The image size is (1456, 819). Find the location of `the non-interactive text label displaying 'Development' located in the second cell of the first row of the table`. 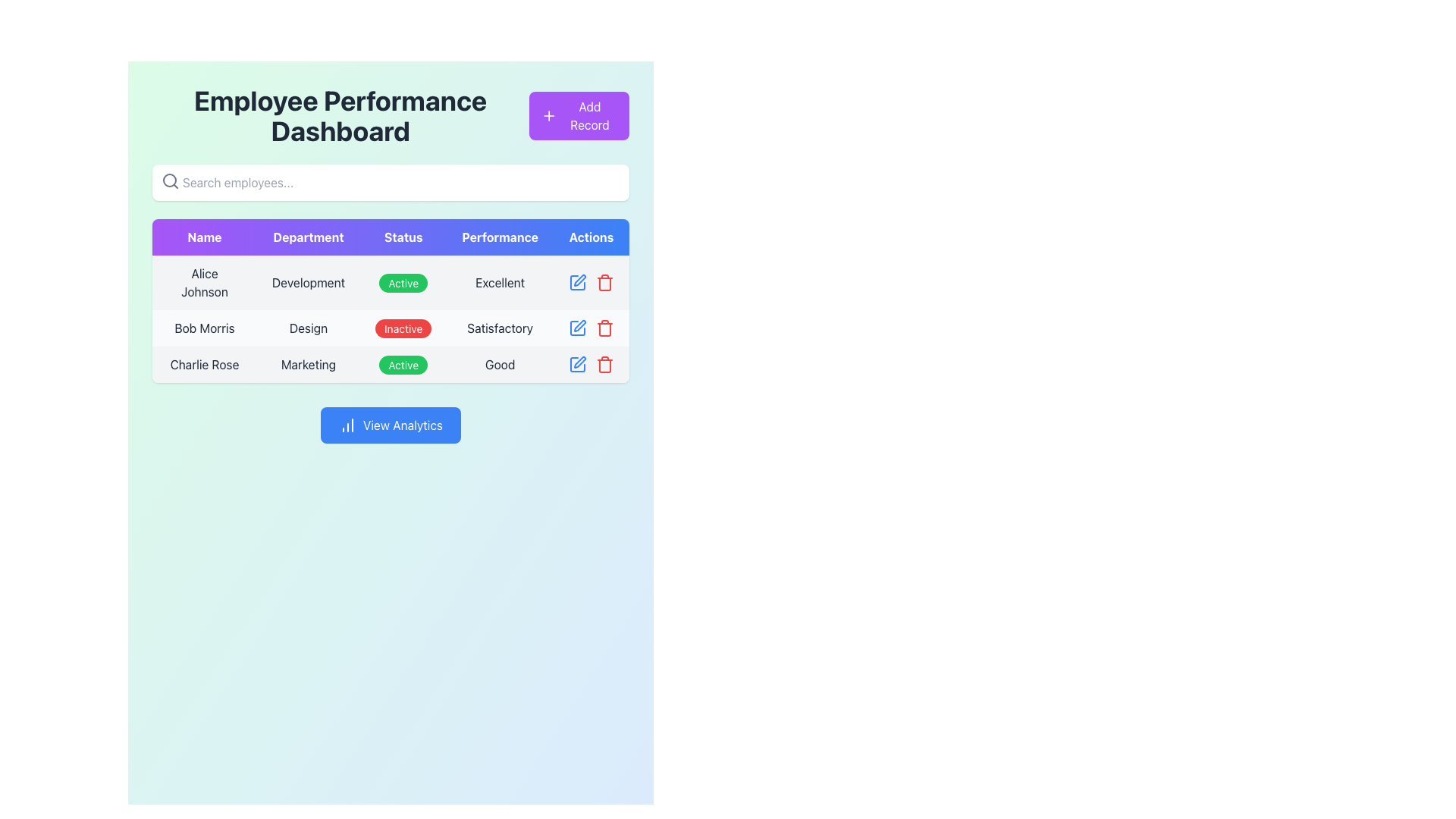

the non-interactive text label displaying 'Development' located in the second cell of the first row of the table is located at coordinates (308, 283).